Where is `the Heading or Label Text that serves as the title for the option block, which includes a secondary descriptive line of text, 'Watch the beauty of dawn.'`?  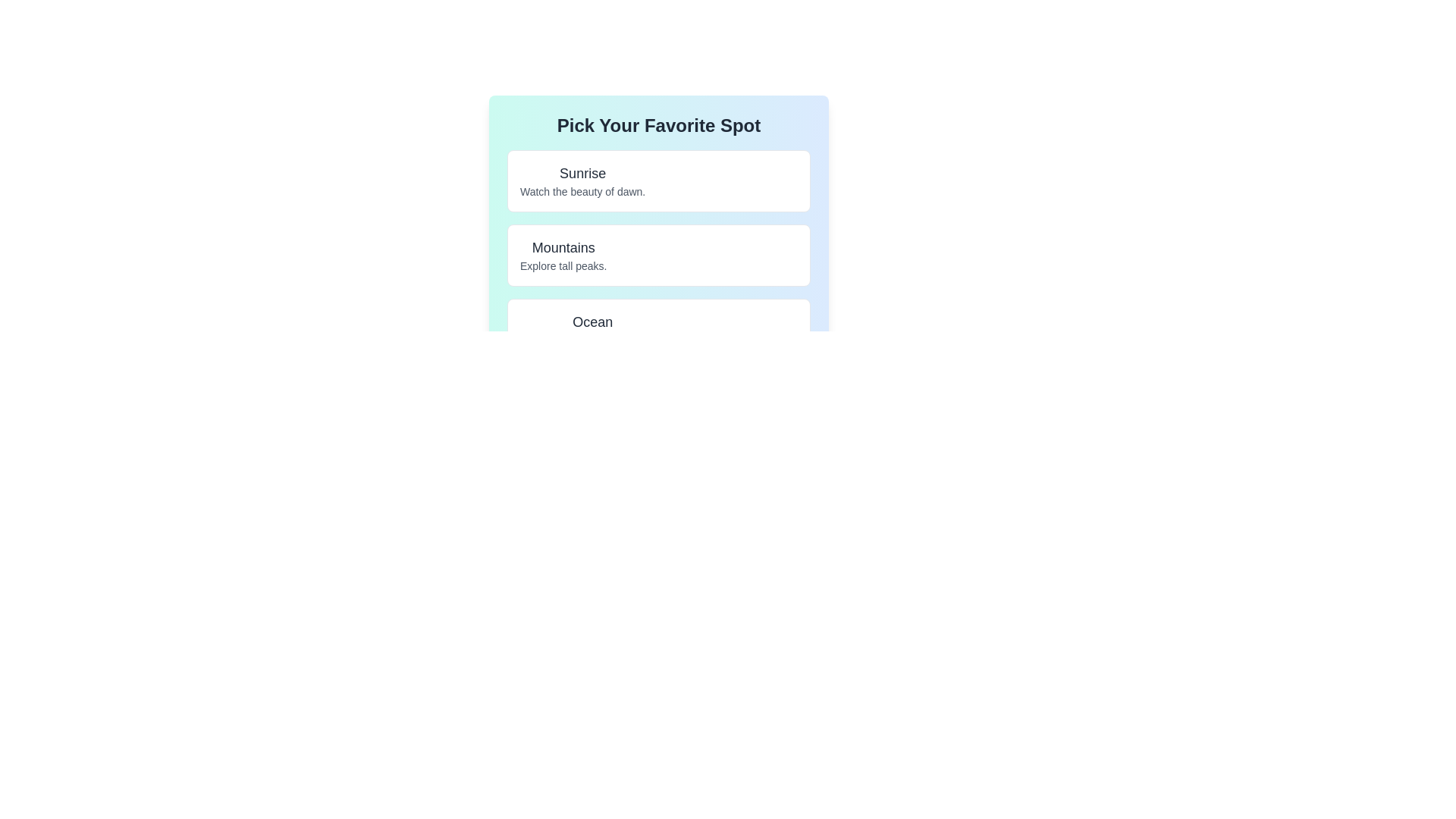 the Heading or Label Text that serves as the title for the option block, which includes a secondary descriptive line of text, 'Watch the beauty of dawn.' is located at coordinates (582, 172).